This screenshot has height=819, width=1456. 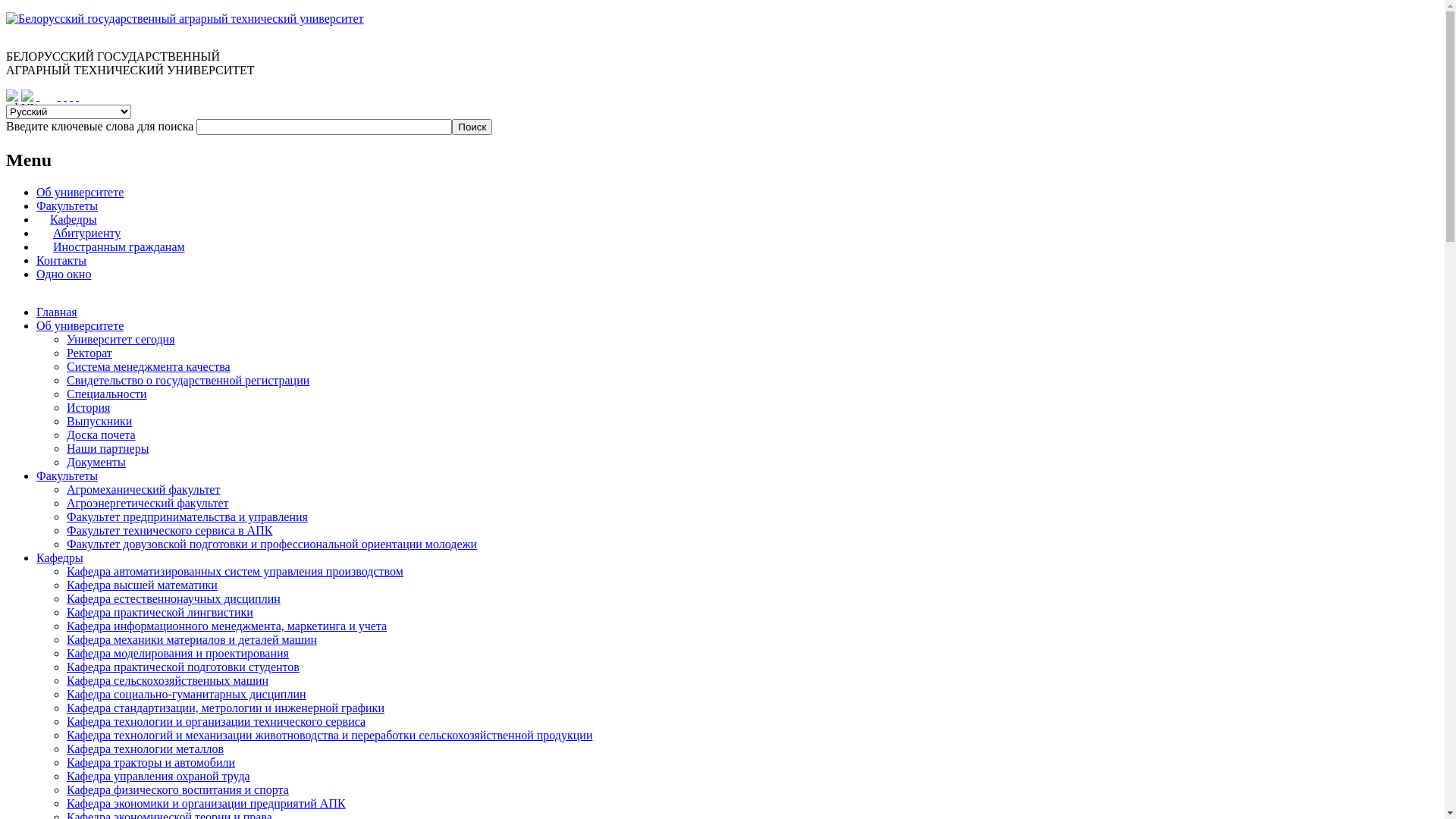 I want to click on ' ', so click(x=36, y=96).